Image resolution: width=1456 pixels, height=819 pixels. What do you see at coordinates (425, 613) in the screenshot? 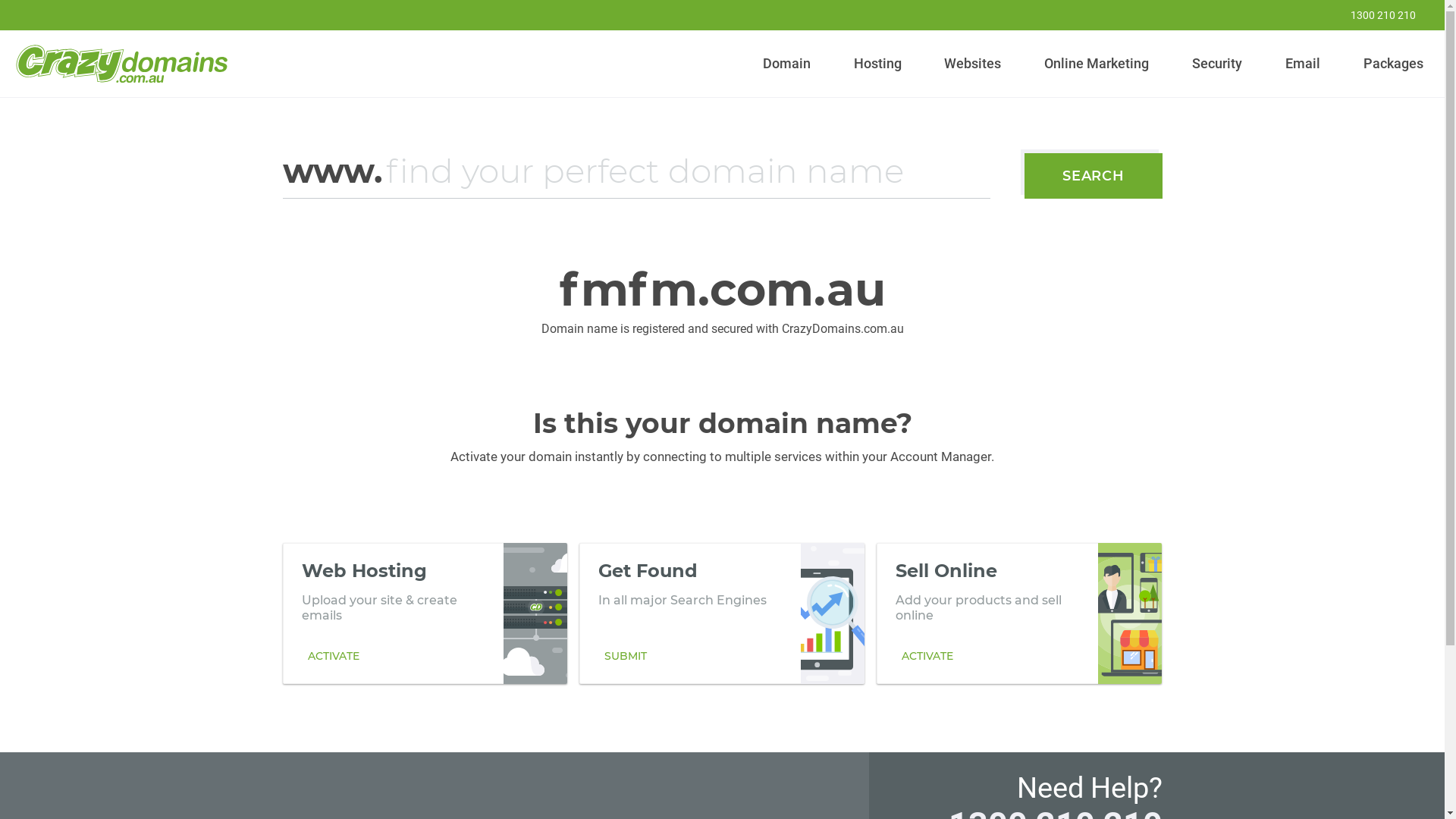
I see `'Web Hosting` at bounding box center [425, 613].